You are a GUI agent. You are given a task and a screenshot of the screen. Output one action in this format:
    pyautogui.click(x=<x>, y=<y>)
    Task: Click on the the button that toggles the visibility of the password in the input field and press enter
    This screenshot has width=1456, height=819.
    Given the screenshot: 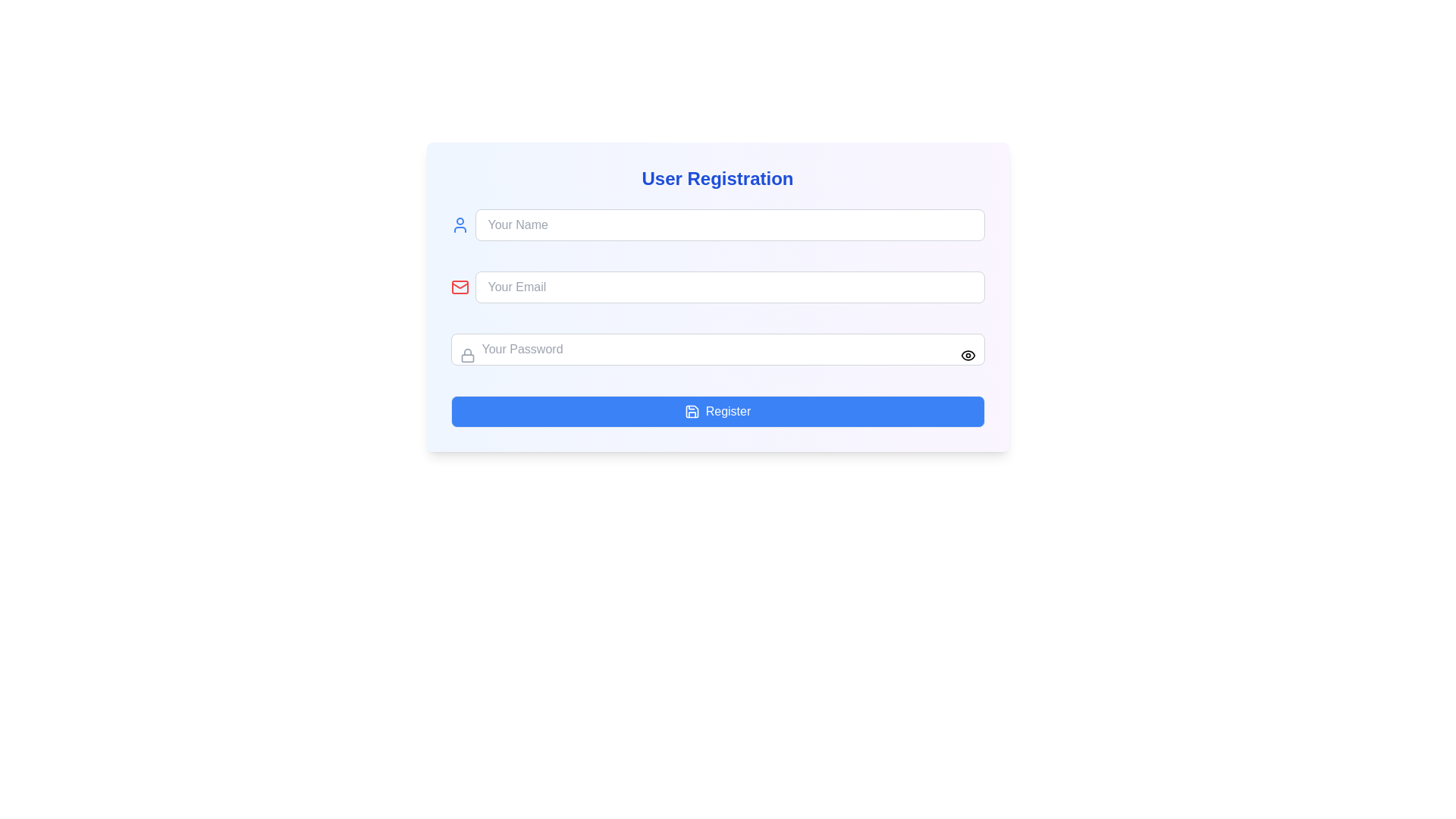 What is the action you would take?
    pyautogui.click(x=967, y=356)
    